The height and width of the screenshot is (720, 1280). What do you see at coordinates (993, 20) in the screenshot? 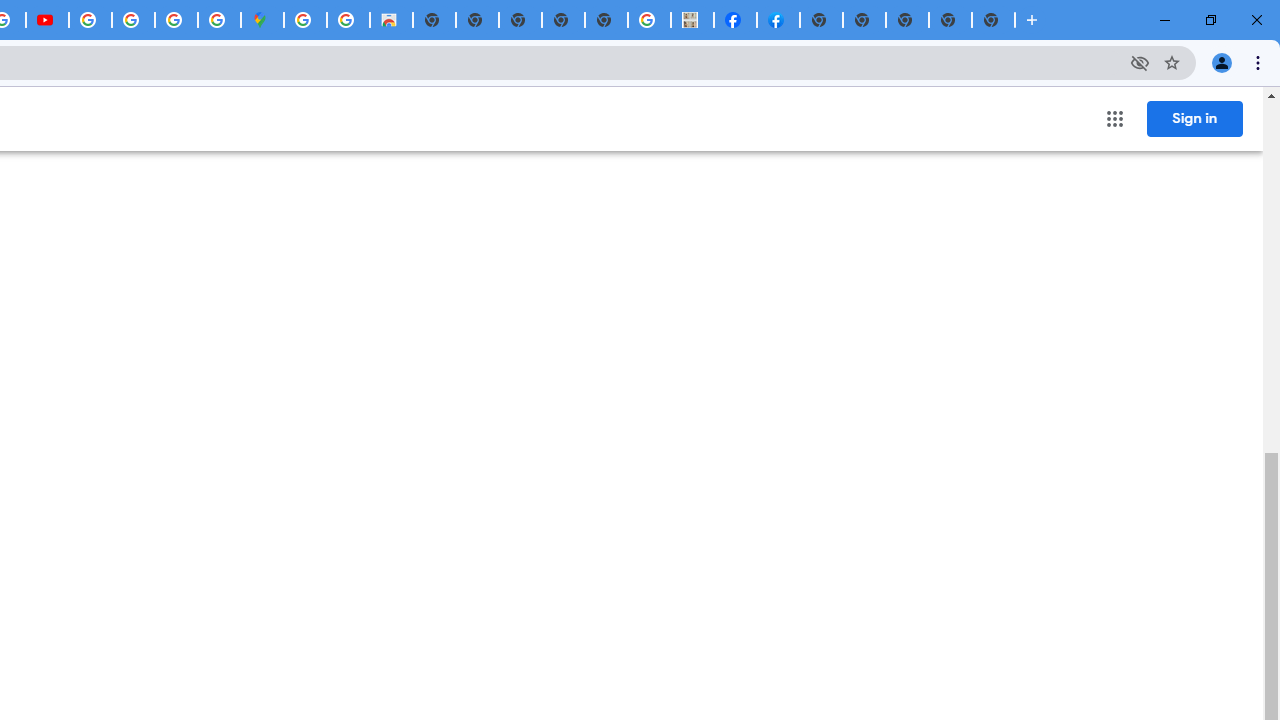
I see `'New Tab'` at bounding box center [993, 20].